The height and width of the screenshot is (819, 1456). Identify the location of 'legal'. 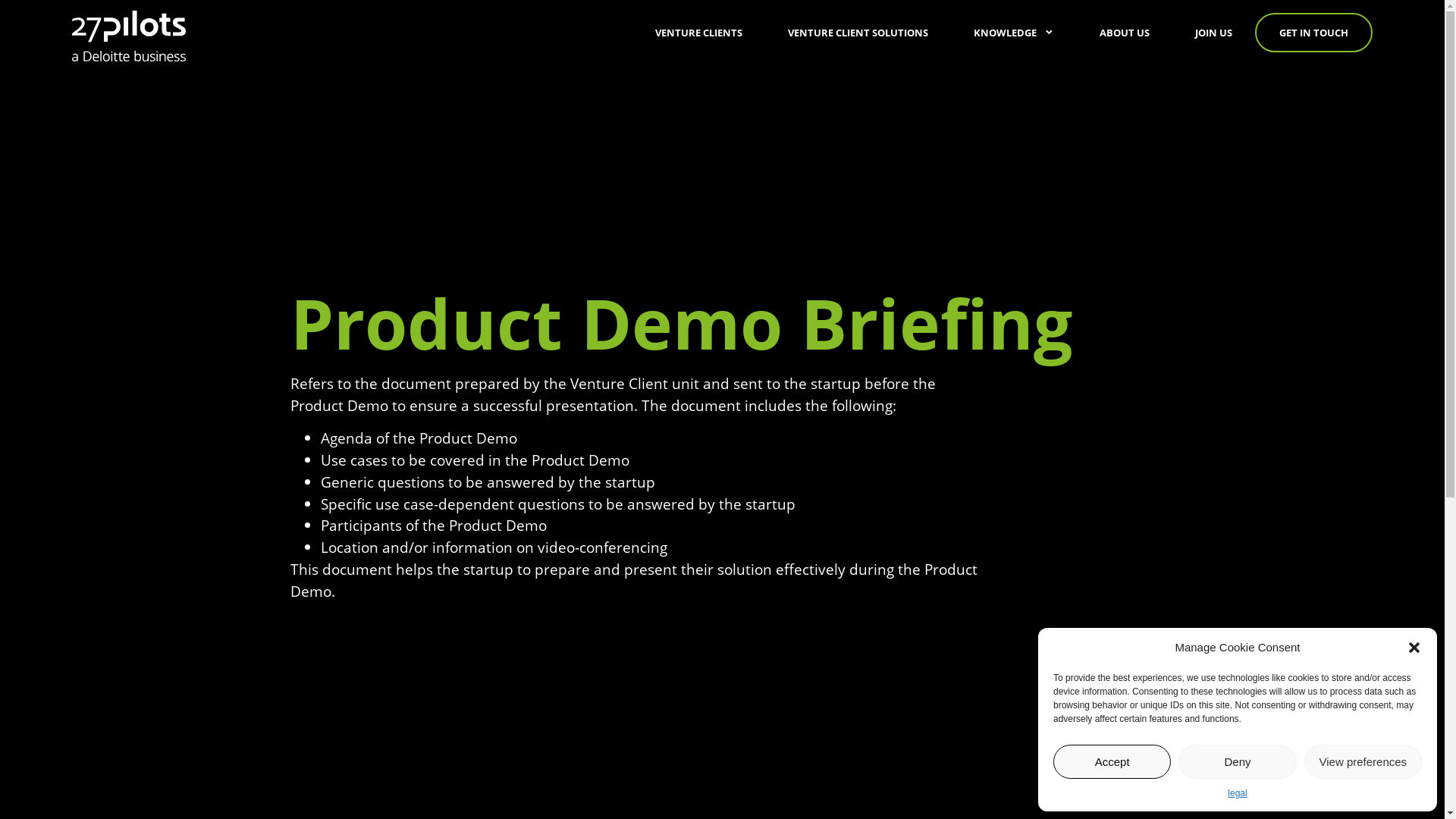
(1227, 792).